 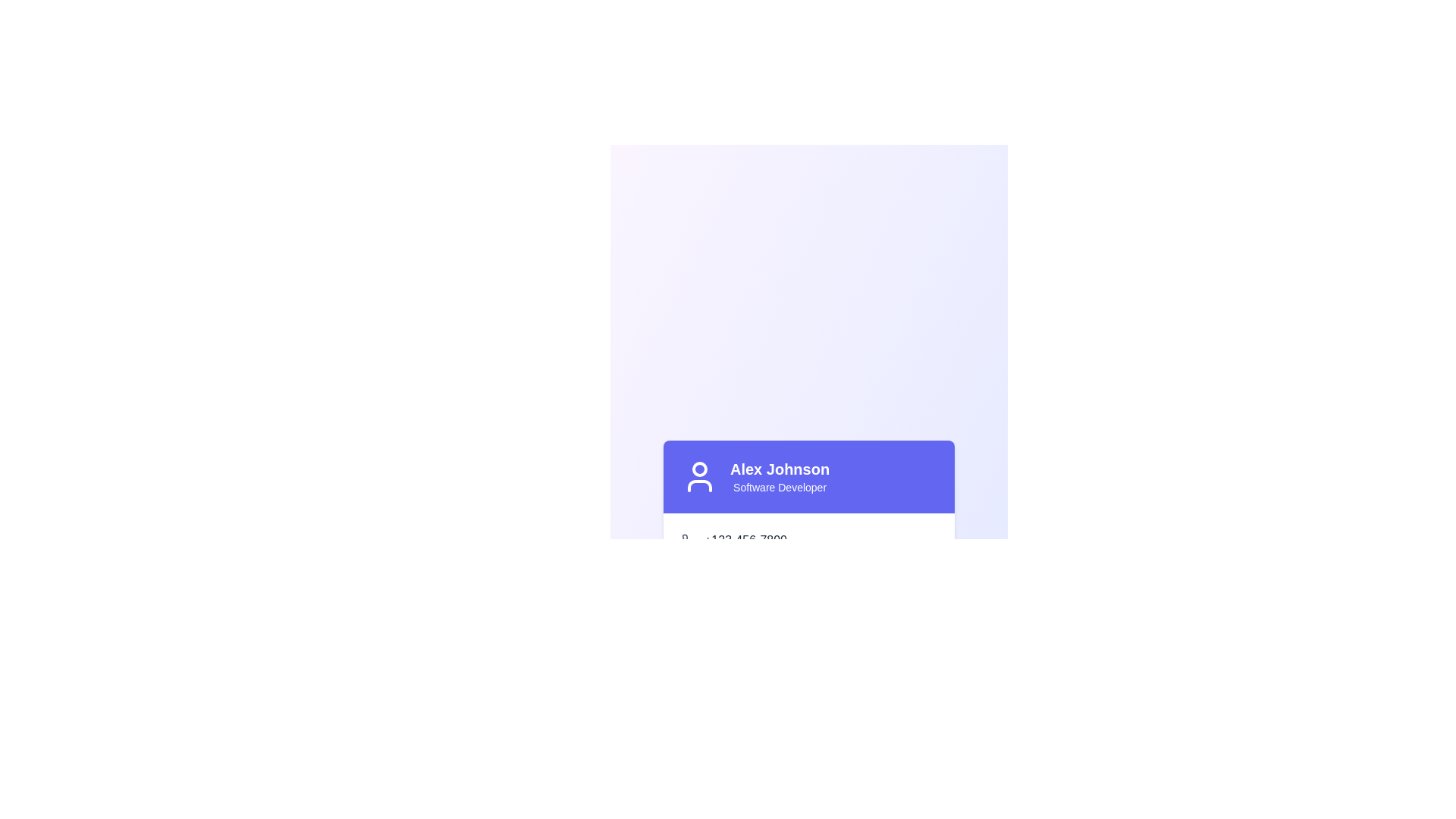 What do you see at coordinates (698, 485) in the screenshot?
I see `the bottom part of the stylized user icon representing Alex Johnson's profile in the purple header area` at bounding box center [698, 485].